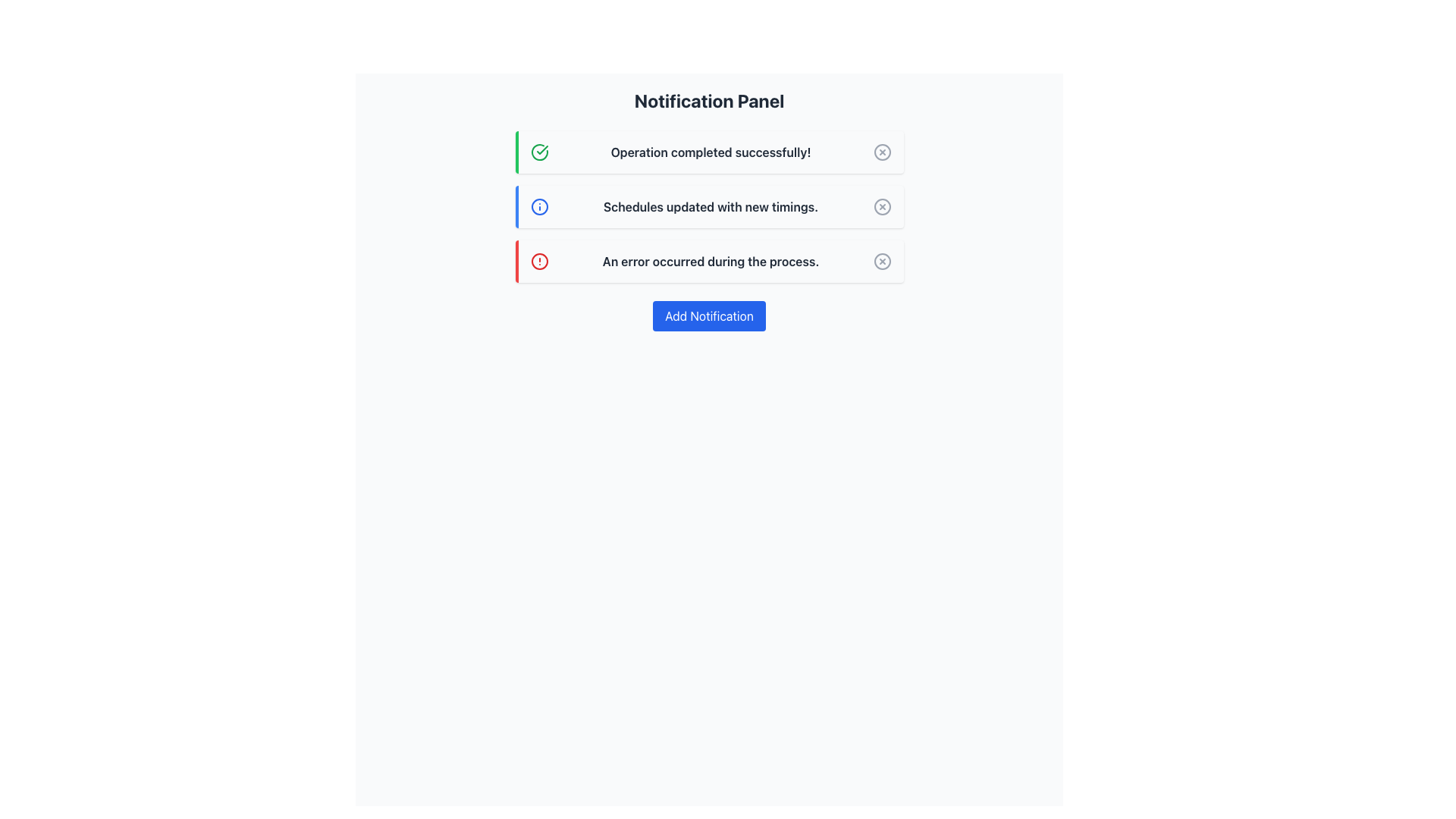  Describe the element at coordinates (539, 152) in the screenshot. I see `the green circular icon with a checkmark indicating success, located to the left of the text 'Operation completed successfully!' in the first notification card` at that location.